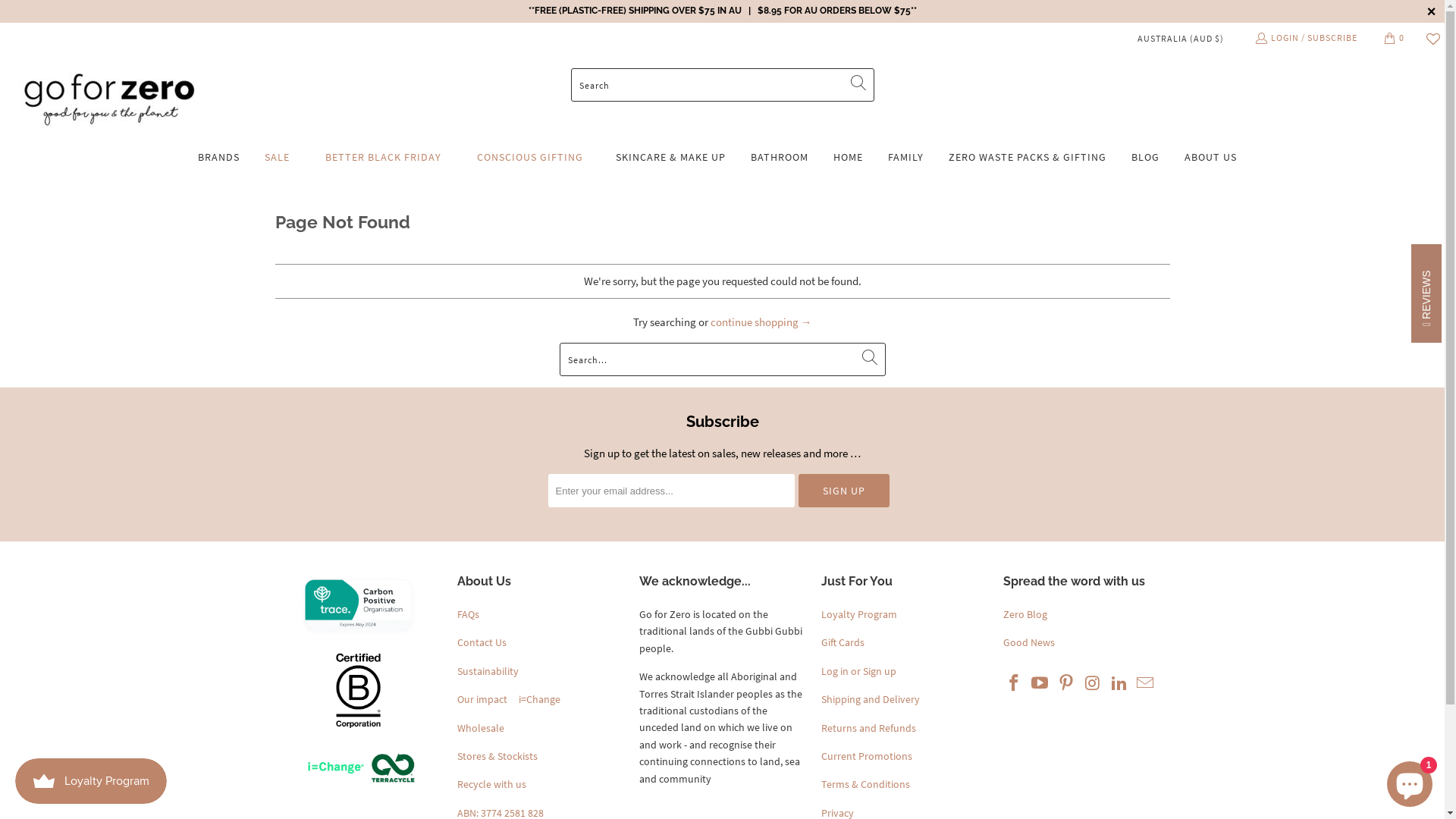  Describe the element at coordinates (455, 642) in the screenshot. I see `'Contact Us'` at that location.